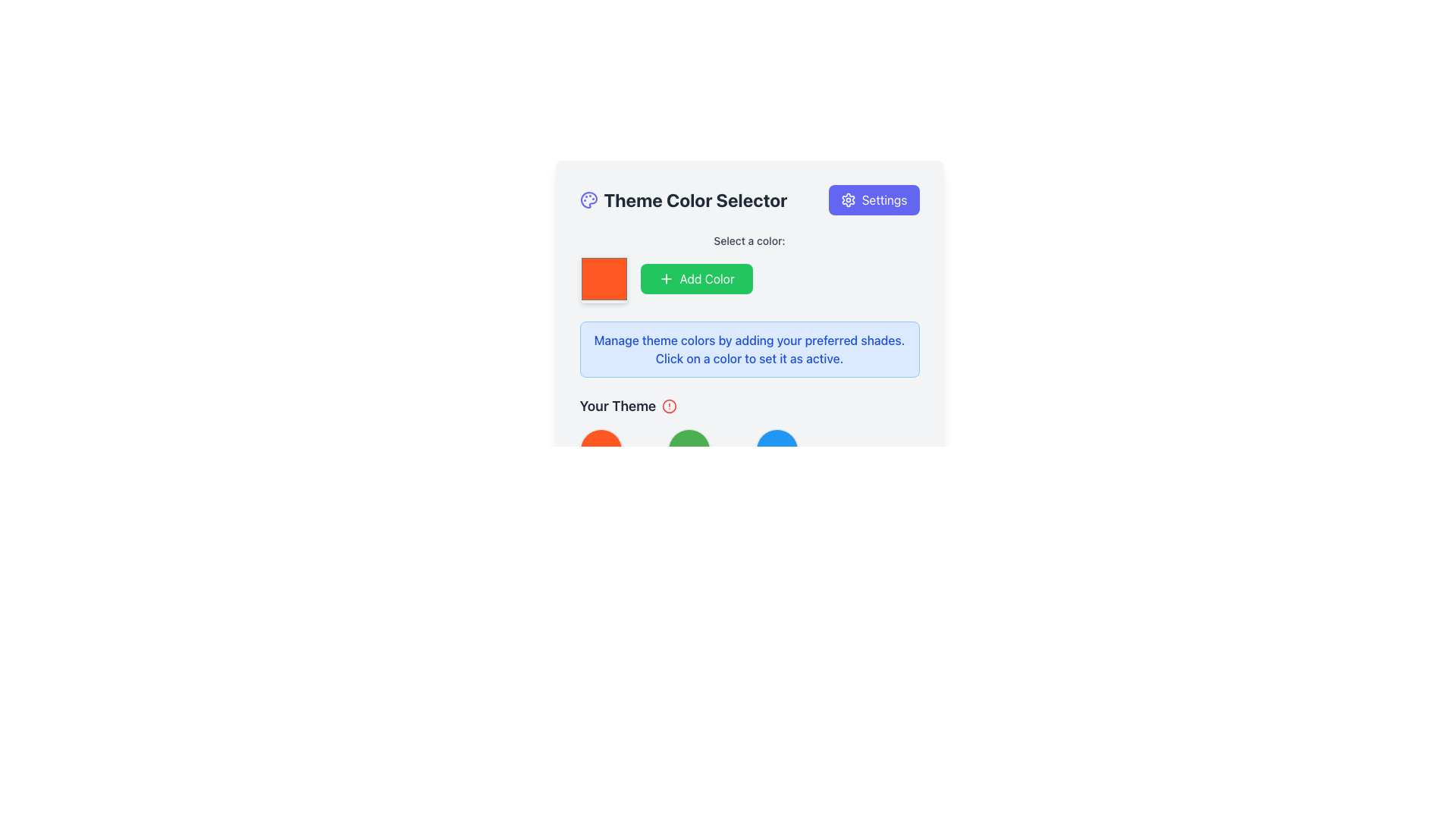  Describe the element at coordinates (666, 278) in the screenshot. I see `the 'Add Color' button, which includes a decorative icon symbolizing the addition operation` at that location.